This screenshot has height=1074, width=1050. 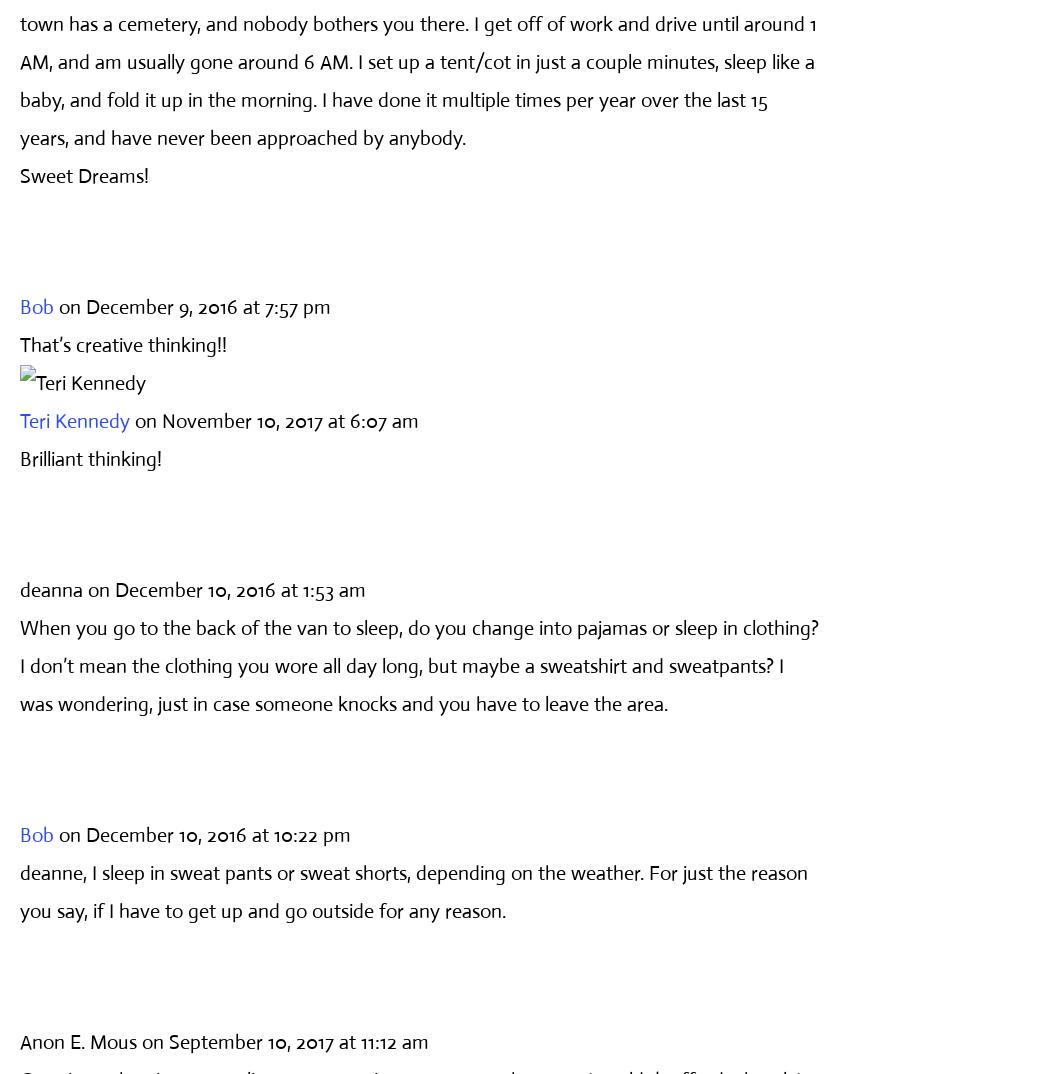 What do you see at coordinates (50, 588) in the screenshot?
I see `'deanna'` at bounding box center [50, 588].